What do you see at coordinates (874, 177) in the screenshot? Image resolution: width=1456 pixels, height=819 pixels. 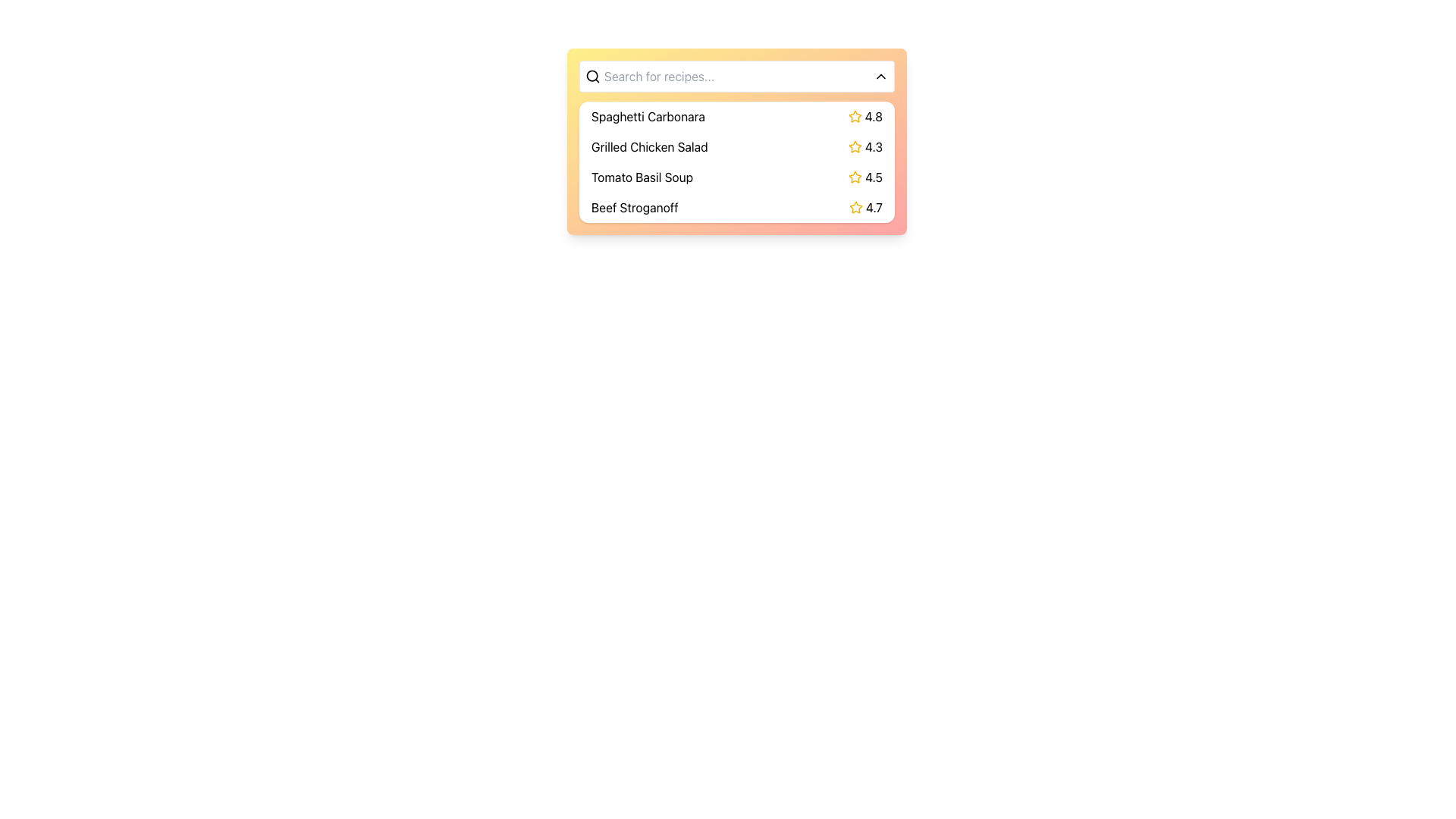 I see `text element displaying the numeric value '4.5', which is positioned adjacent to a yellow star icon and aligned with 'Tomato Basil Soup' in the dropdown list` at bounding box center [874, 177].